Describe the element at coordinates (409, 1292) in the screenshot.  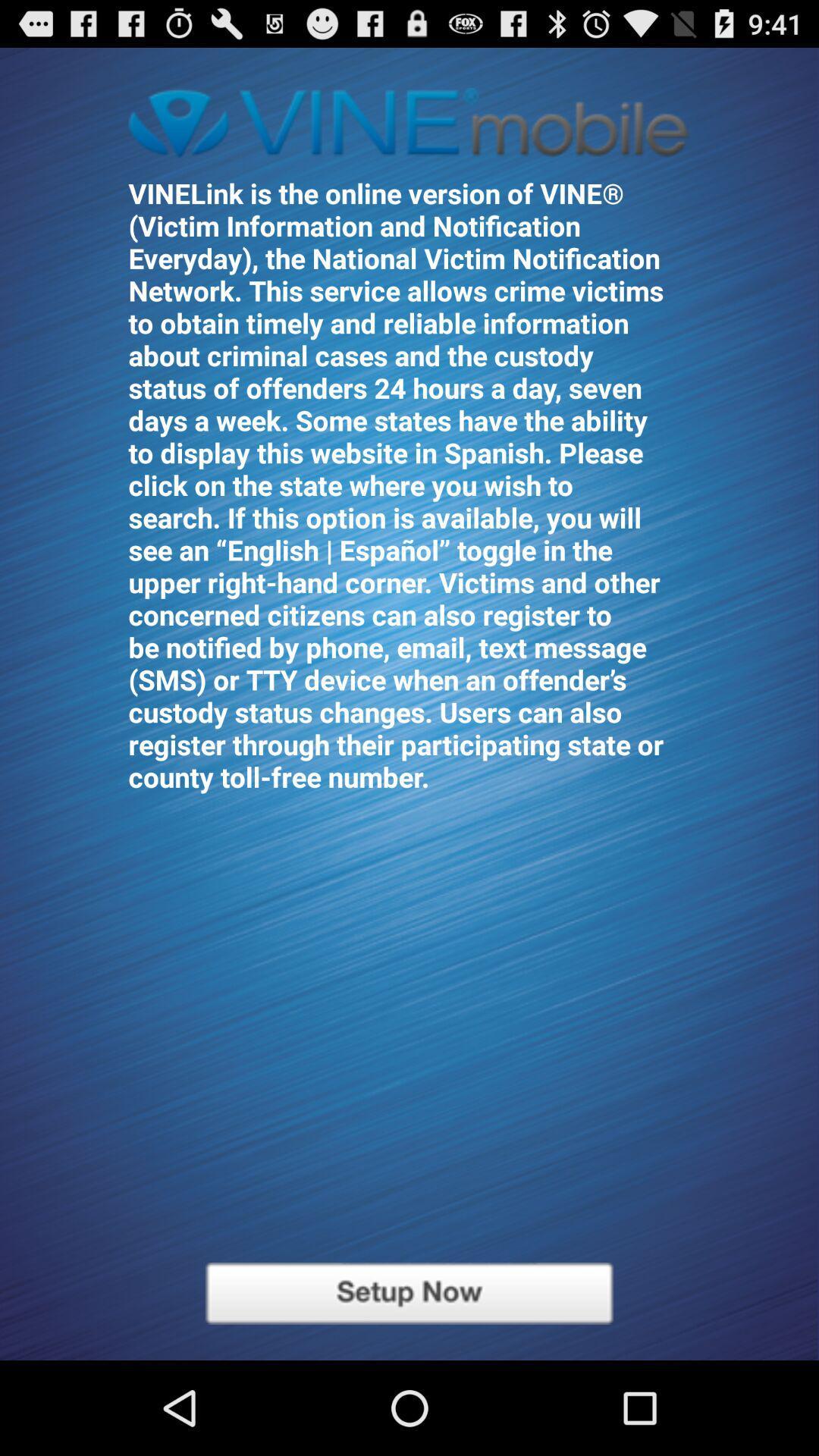
I see `icon at the bottom` at that location.